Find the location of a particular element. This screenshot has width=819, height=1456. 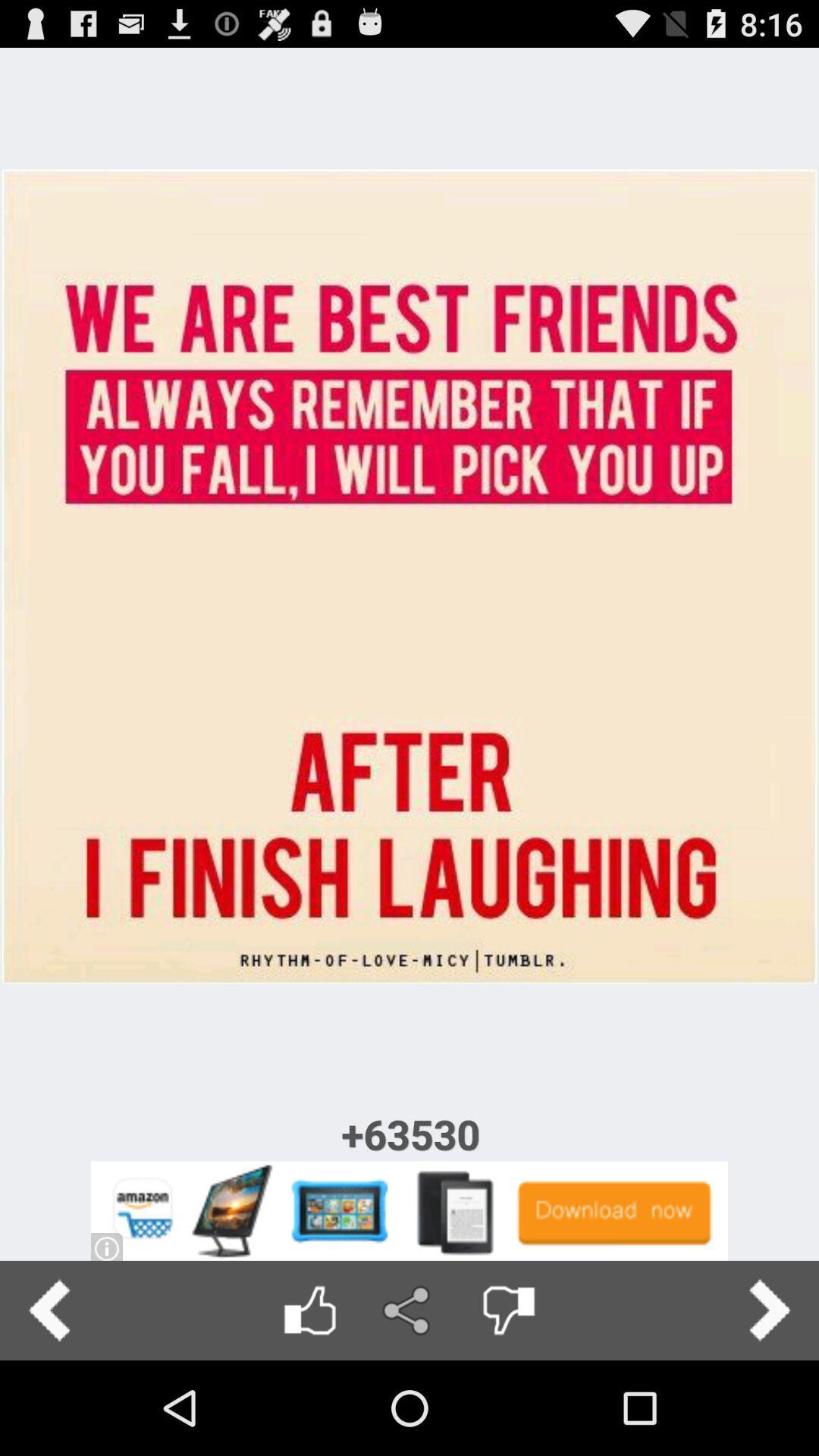

the arrow_backward icon is located at coordinates (49, 1401).